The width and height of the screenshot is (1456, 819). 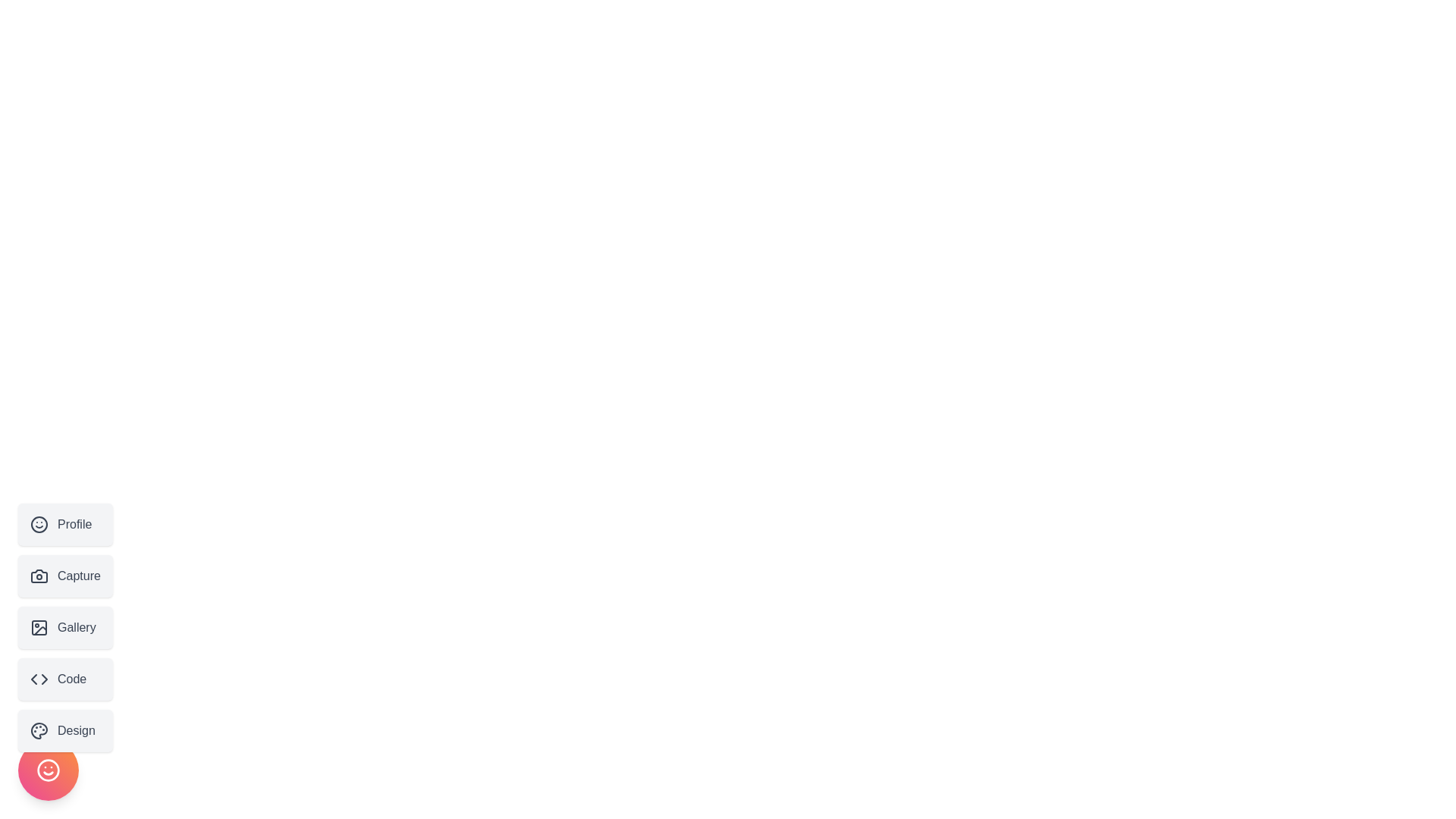 What do you see at coordinates (78, 576) in the screenshot?
I see `the text label displaying the word 'Capture', which is part of a button-like component in a vertical menu layout` at bounding box center [78, 576].